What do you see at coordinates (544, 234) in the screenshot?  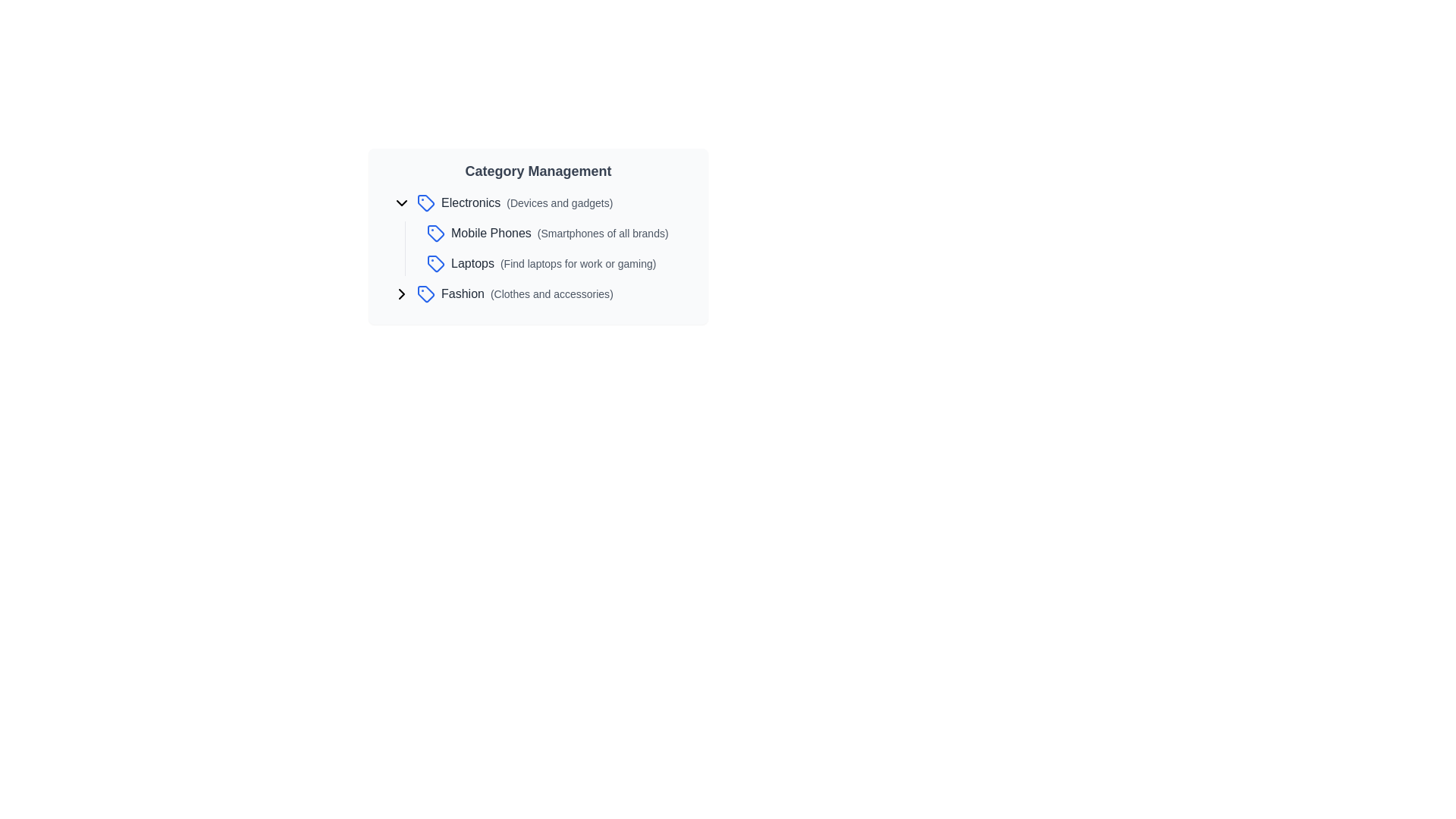 I see `the list item describing 'Mobile Phones (Smartphones of all brands)'` at bounding box center [544, 234].